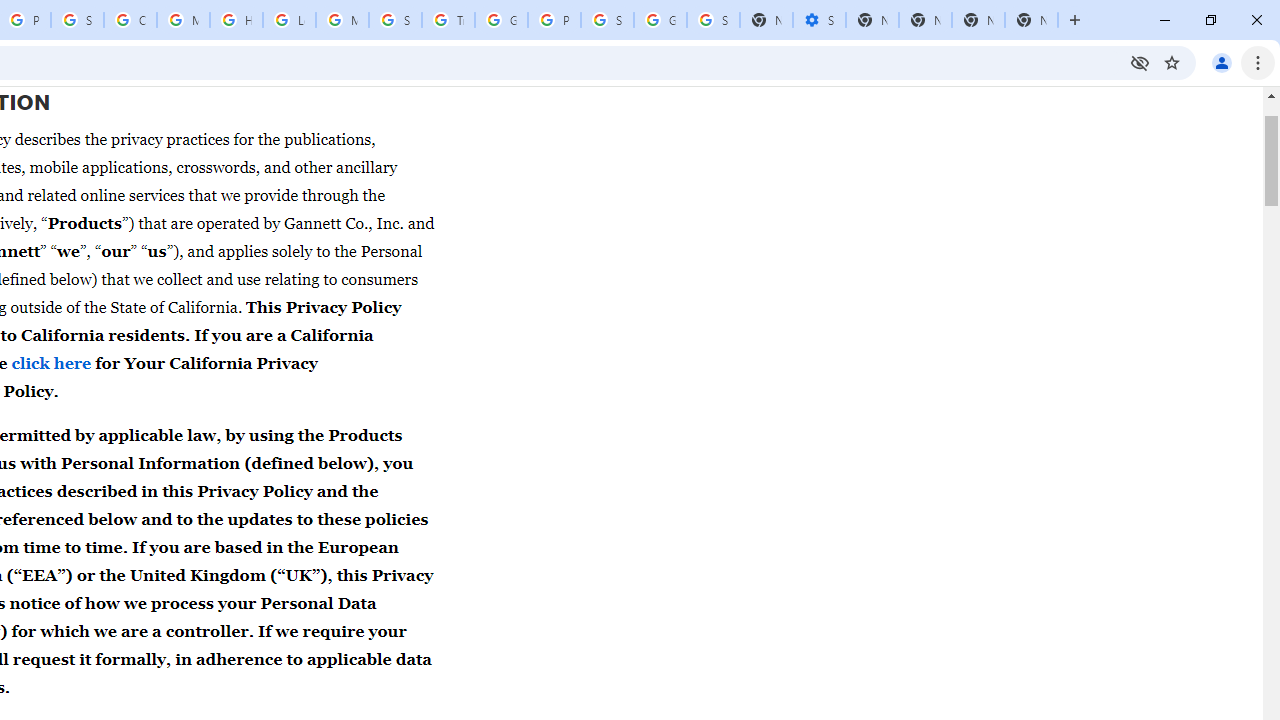  I want to click on 'Settings - Performance', so click(819, 20).